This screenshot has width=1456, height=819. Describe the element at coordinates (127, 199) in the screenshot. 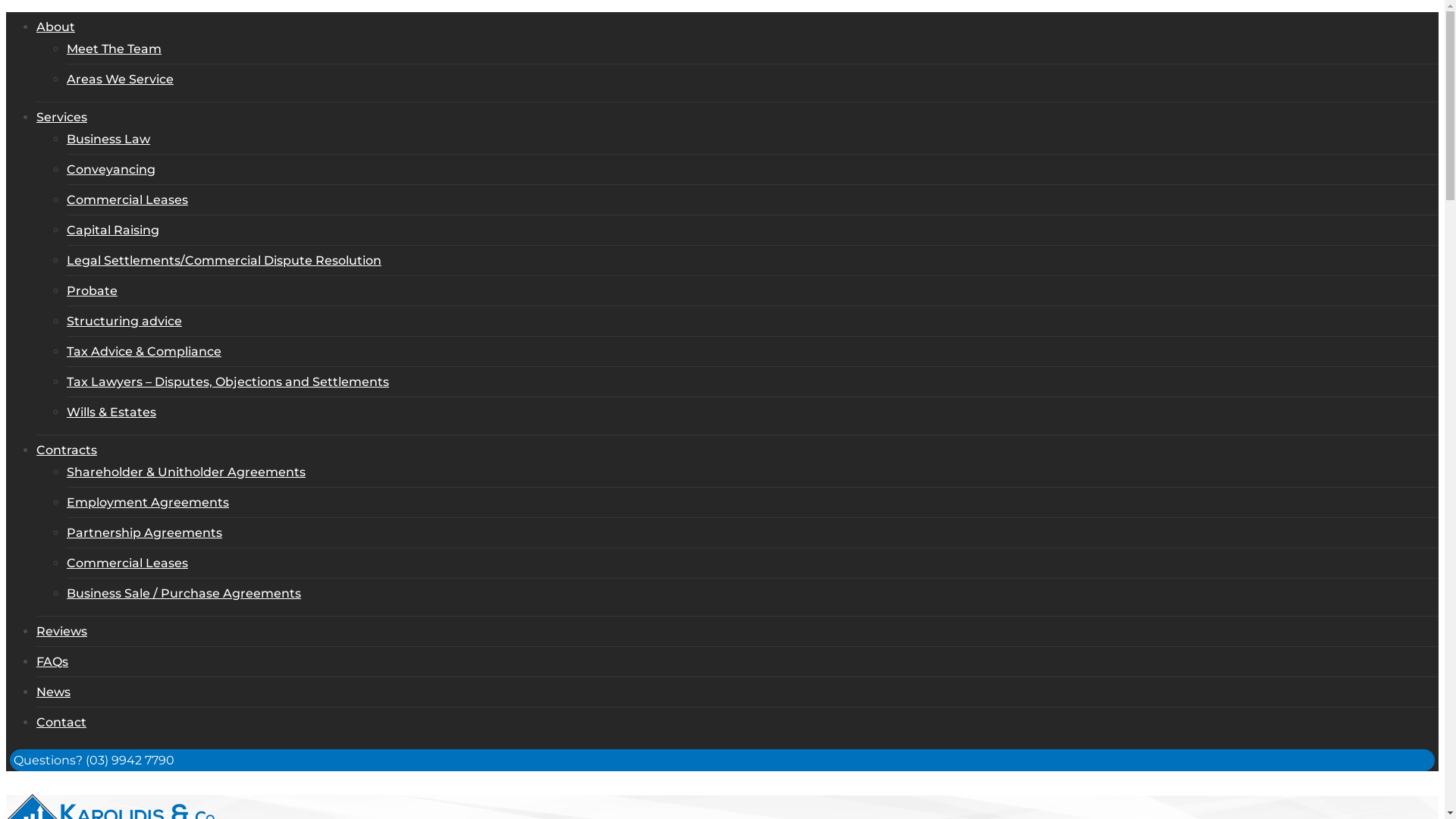

I see `'Commercial Leases'` at that location.